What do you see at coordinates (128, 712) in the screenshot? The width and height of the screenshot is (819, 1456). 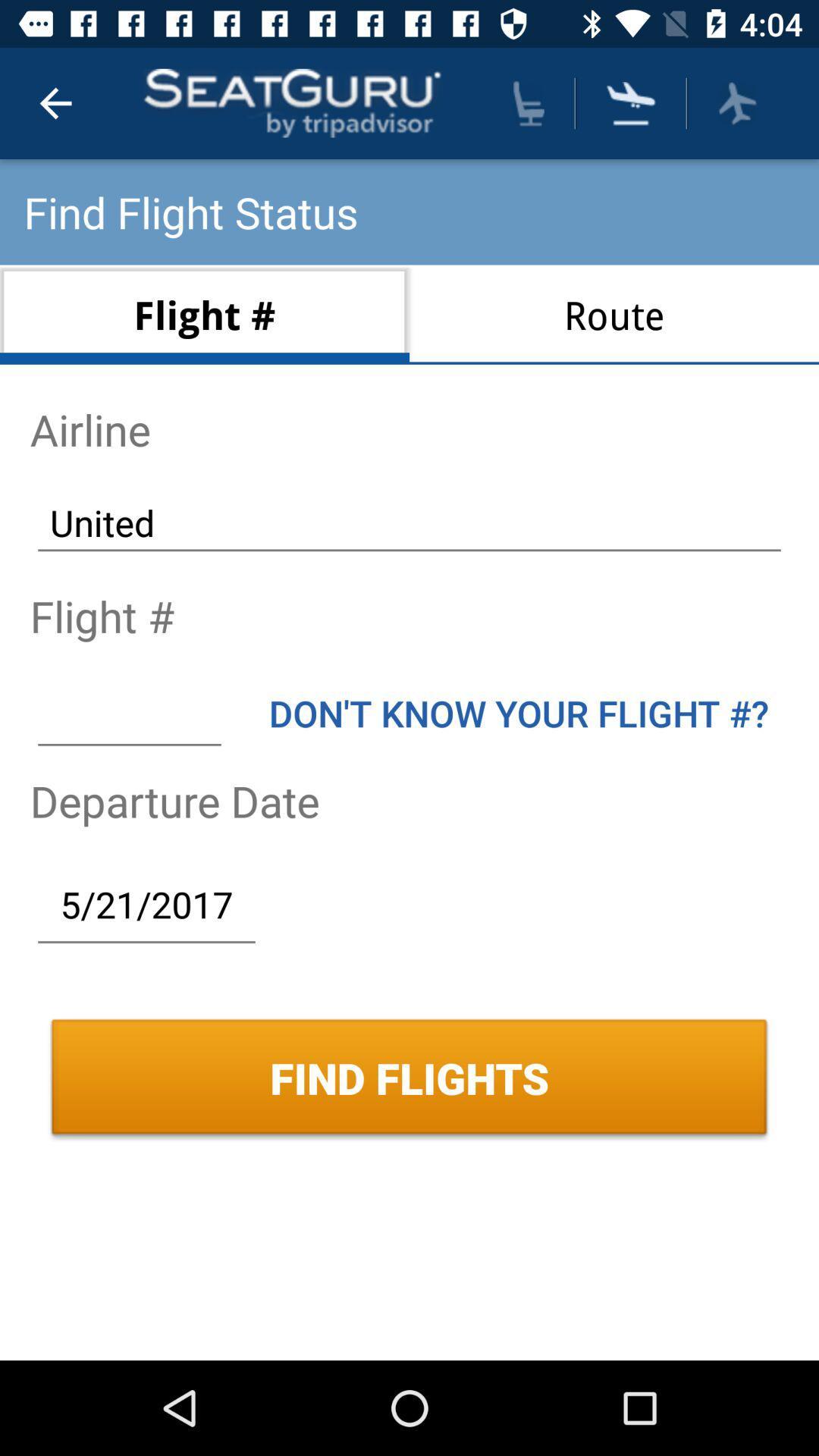 I see `flight name` at bounding box center [128, 712].